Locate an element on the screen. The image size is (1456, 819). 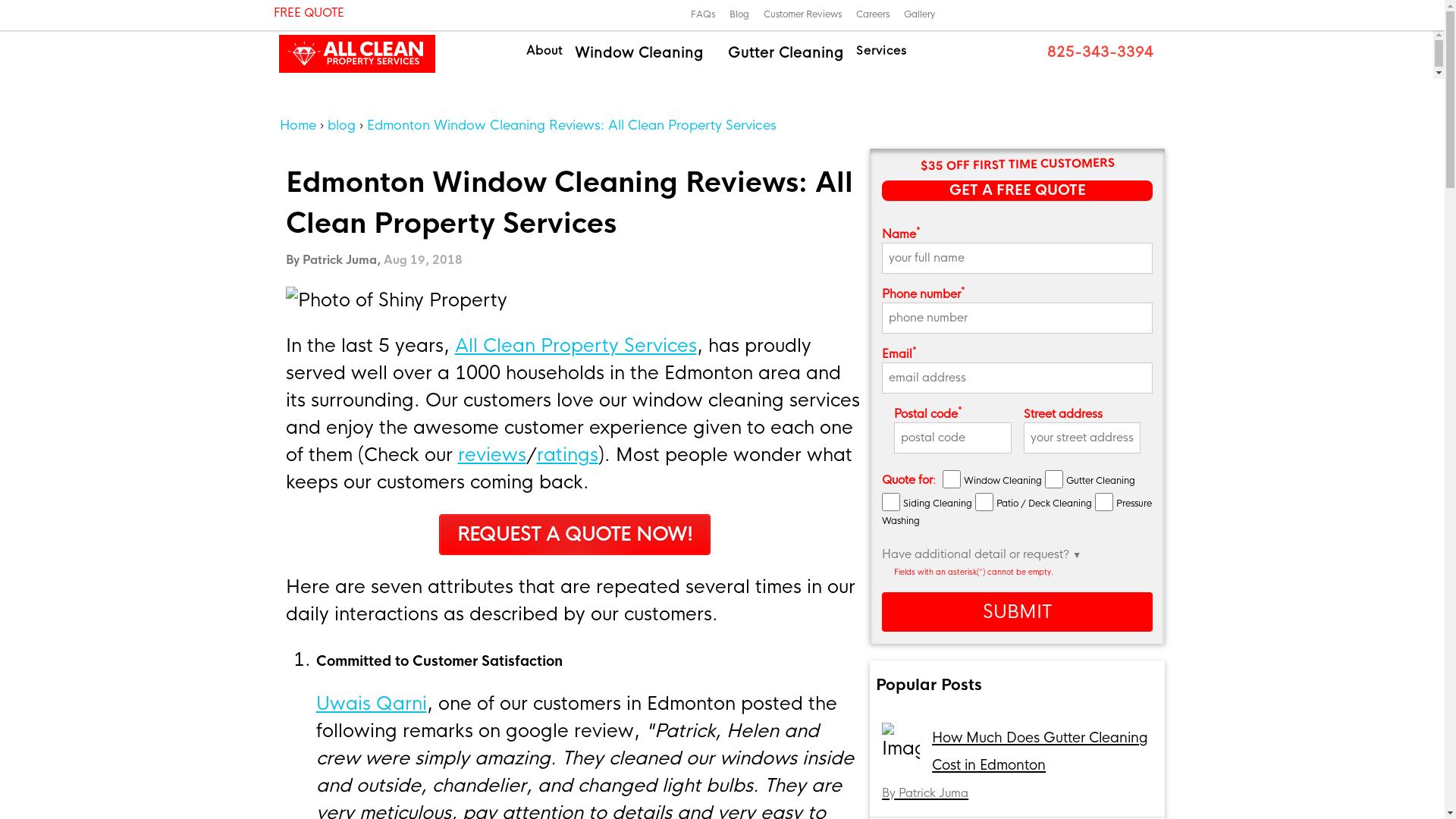
'Gallery' is located at coordinates (918, 14).